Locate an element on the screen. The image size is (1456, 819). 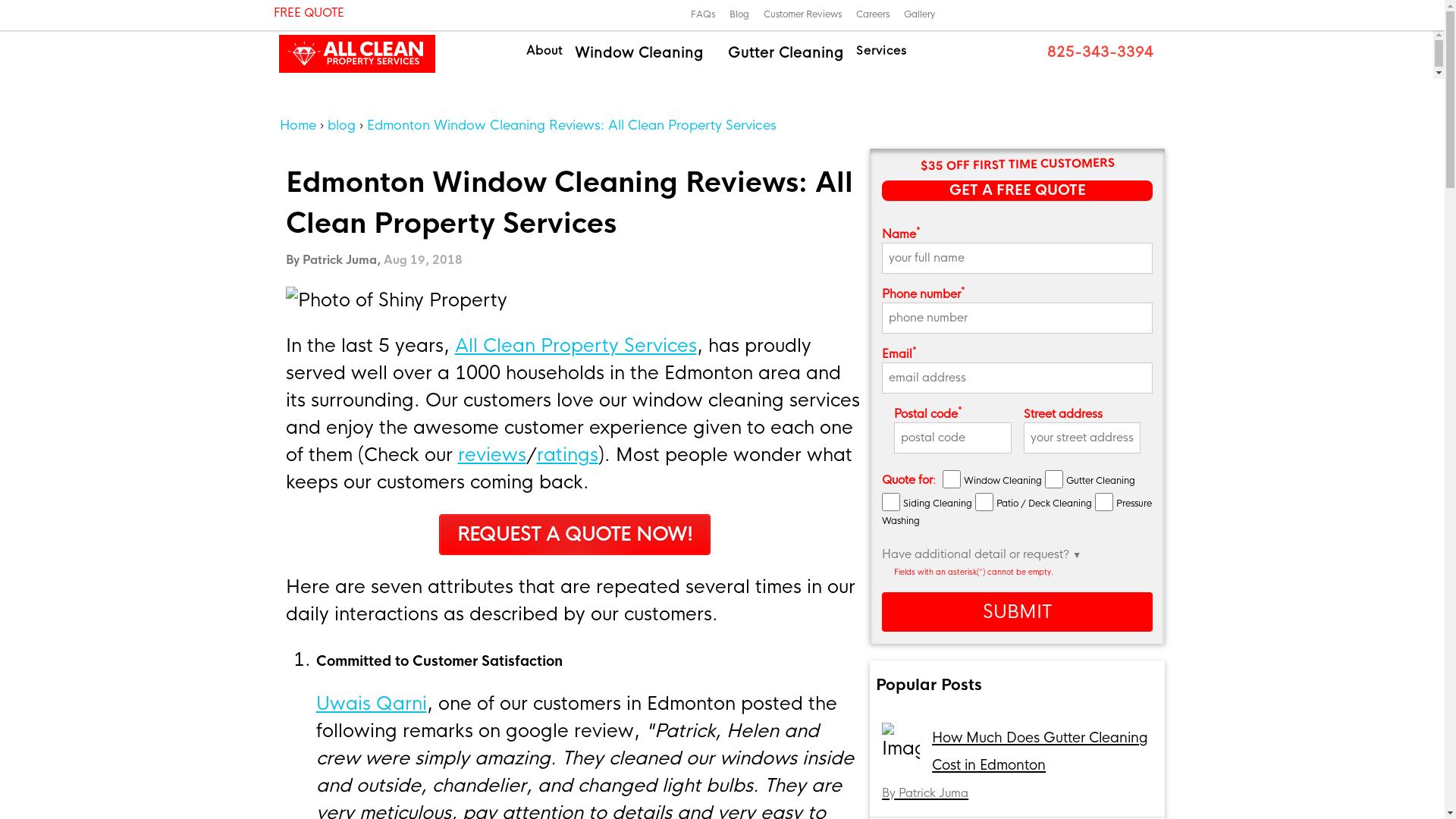
'Gallery' is located at coordinates (918, 14).